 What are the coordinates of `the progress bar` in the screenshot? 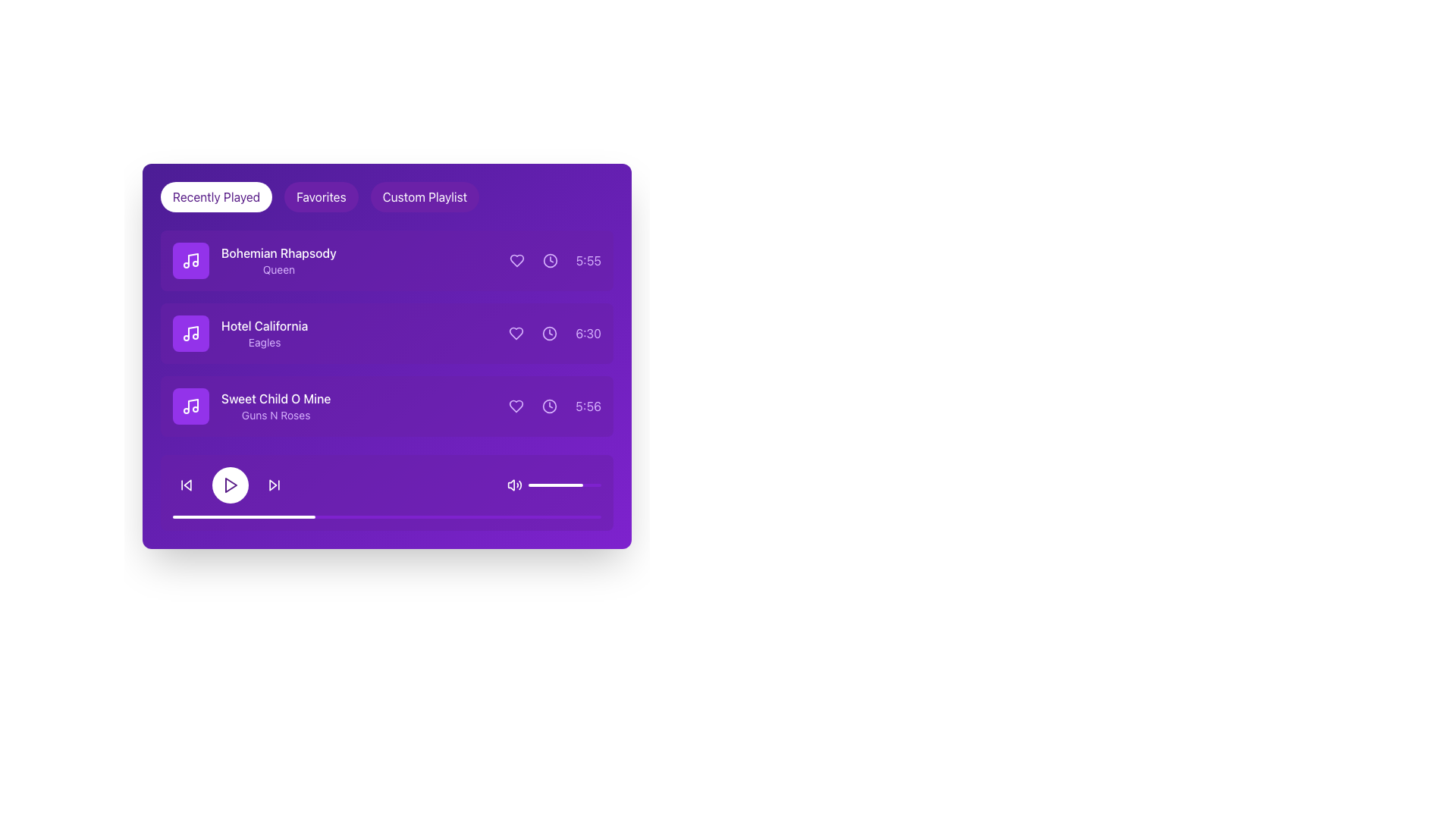 It's located at (267, 516).